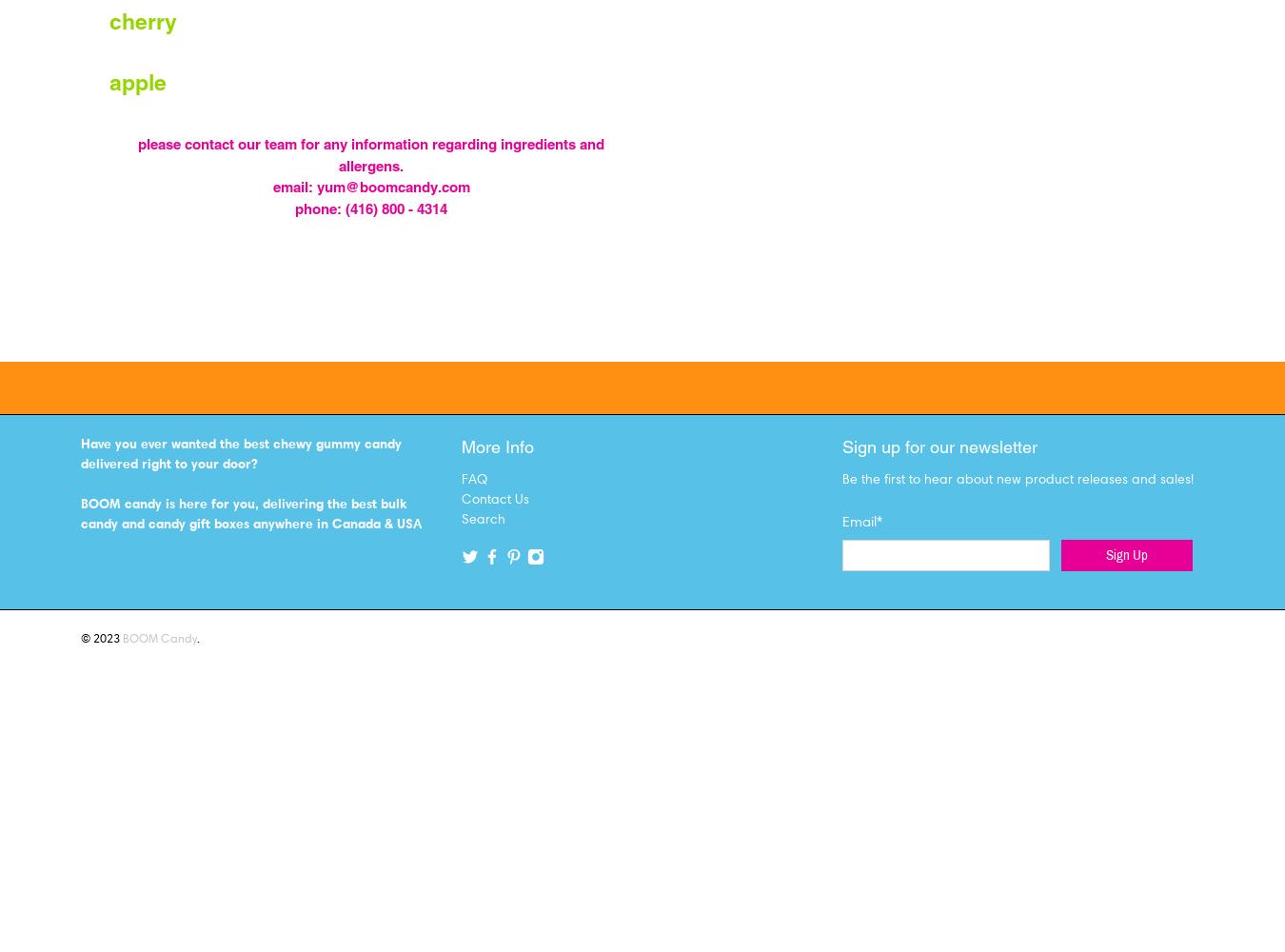 The image size is (1285, 952). Describe the element at coordinates (371, 207) in the screenshot. I see `'phone: (416) 800 - 4314'` at that location.